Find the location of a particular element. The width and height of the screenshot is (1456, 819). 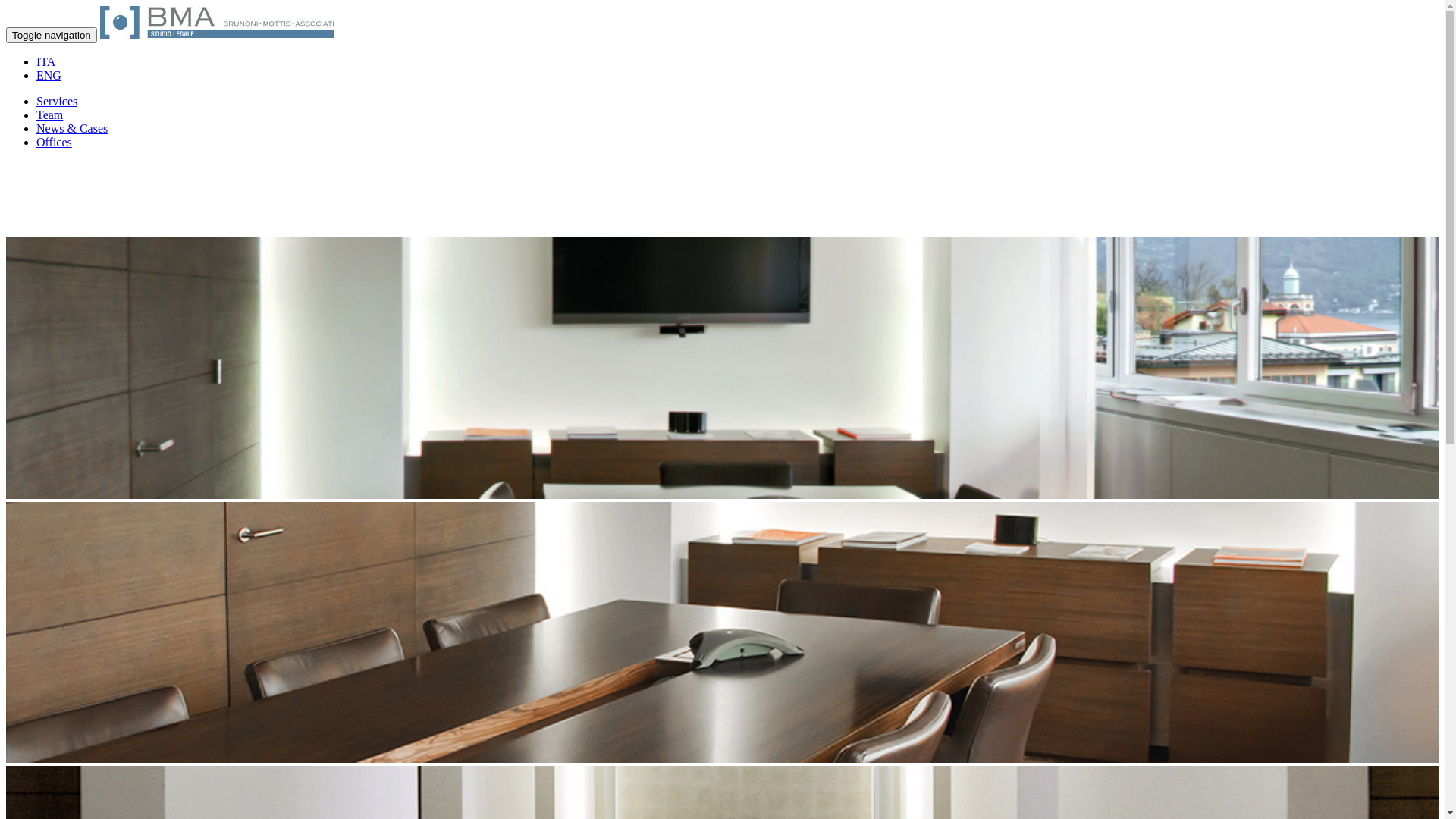

'Services' is located at coordinates (57, 101).